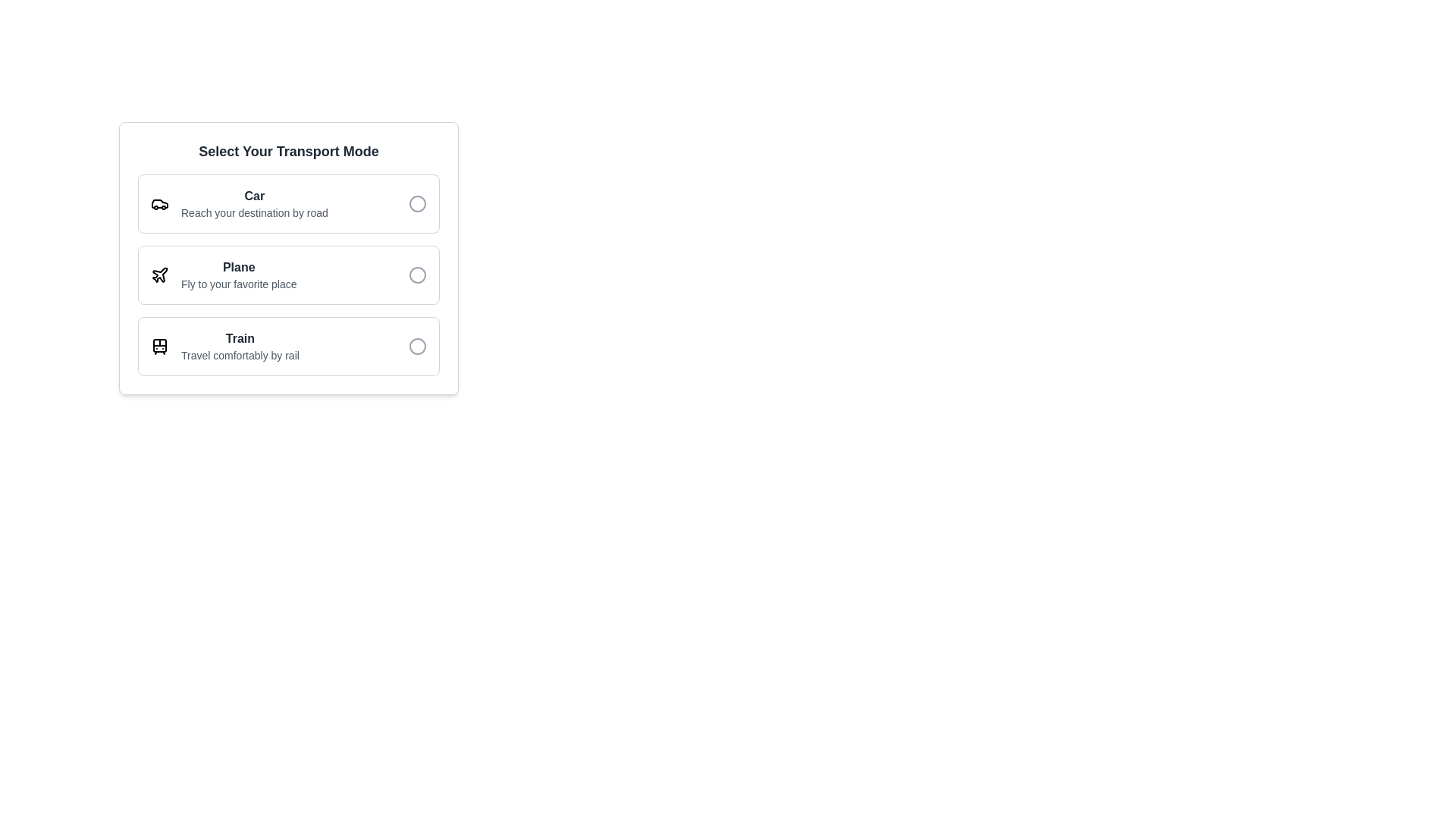  Describe the element at coordinates (238, 275) in the screenshot. I see `the Text Block element displaying 'Plane' with the description 'Fly to your favorite place', located in the second row of the transport options card` at that location.